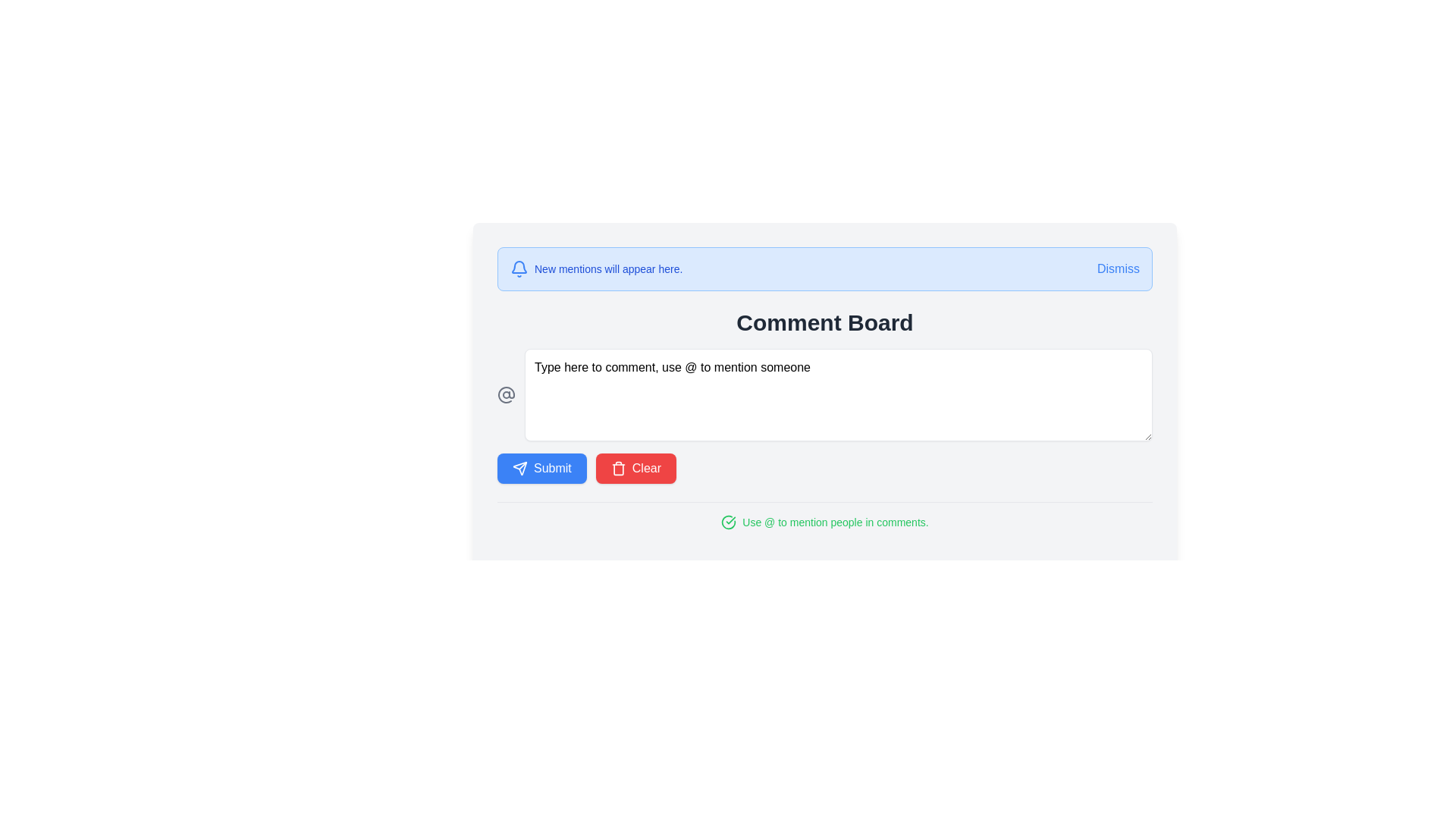 This screenshot has width=1456, height=819. What do you see at coordinates (520, 467) in the screenshot?
I see `the 'send' or 'submit' icon which is located on the left side of the 'Submit' button to initiate the submit action` at bounding box center [520, 467].